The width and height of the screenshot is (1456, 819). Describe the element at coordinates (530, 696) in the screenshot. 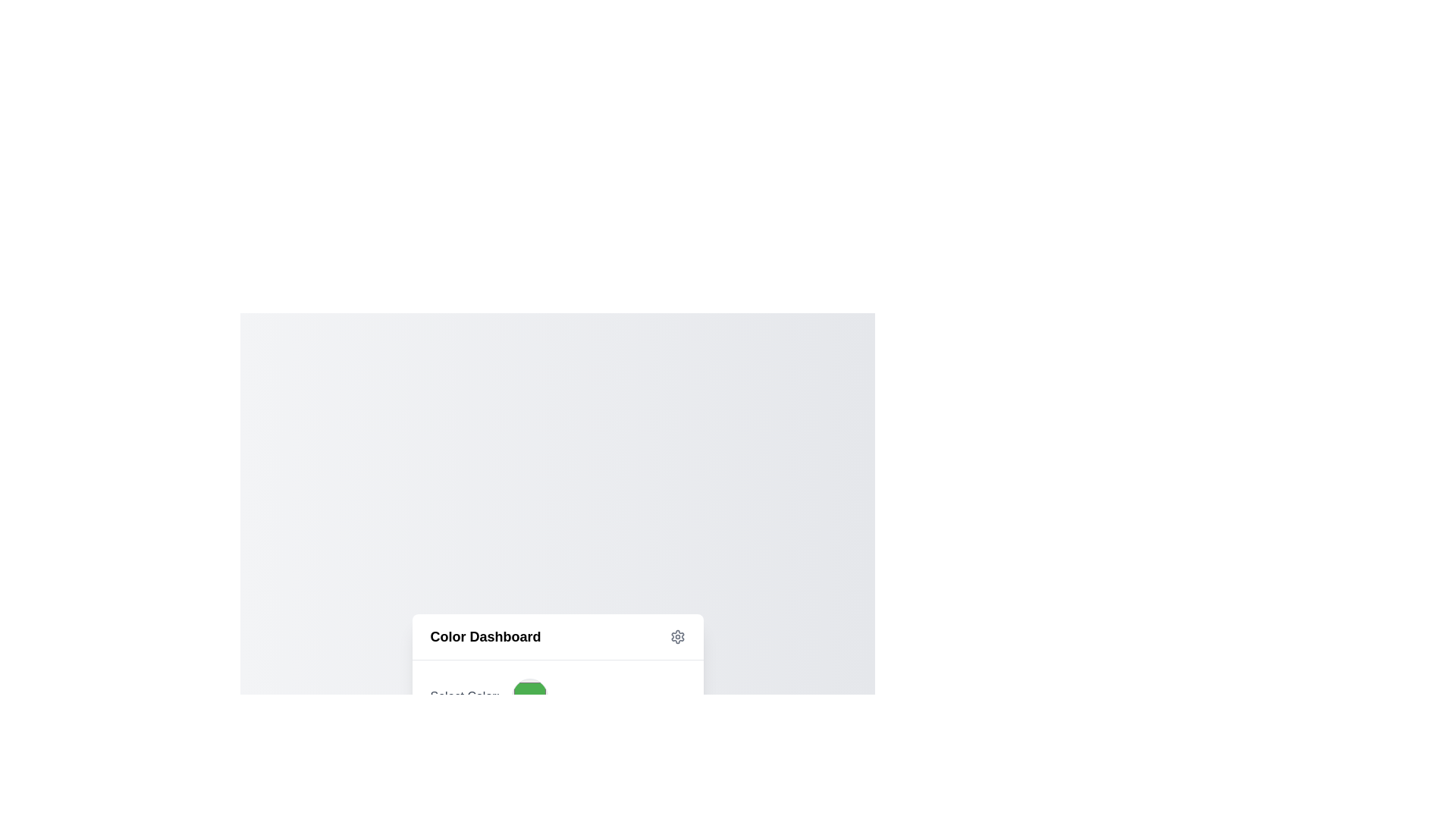

I see `the Color Picker button to enable keyboard input for color selection` at that location.